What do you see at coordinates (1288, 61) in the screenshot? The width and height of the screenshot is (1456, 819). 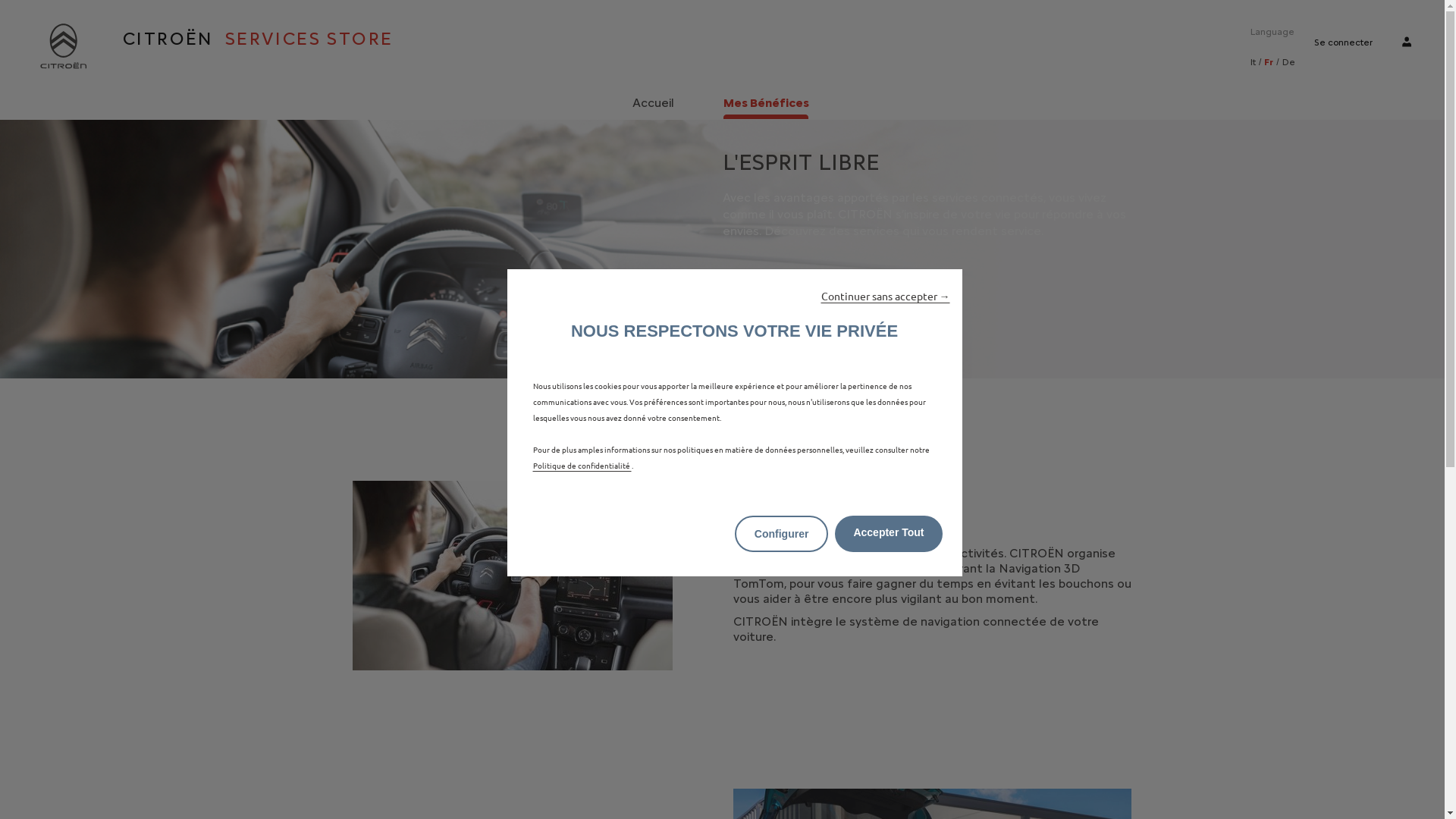 I see `'De'` at bounding box center [1288, 61].